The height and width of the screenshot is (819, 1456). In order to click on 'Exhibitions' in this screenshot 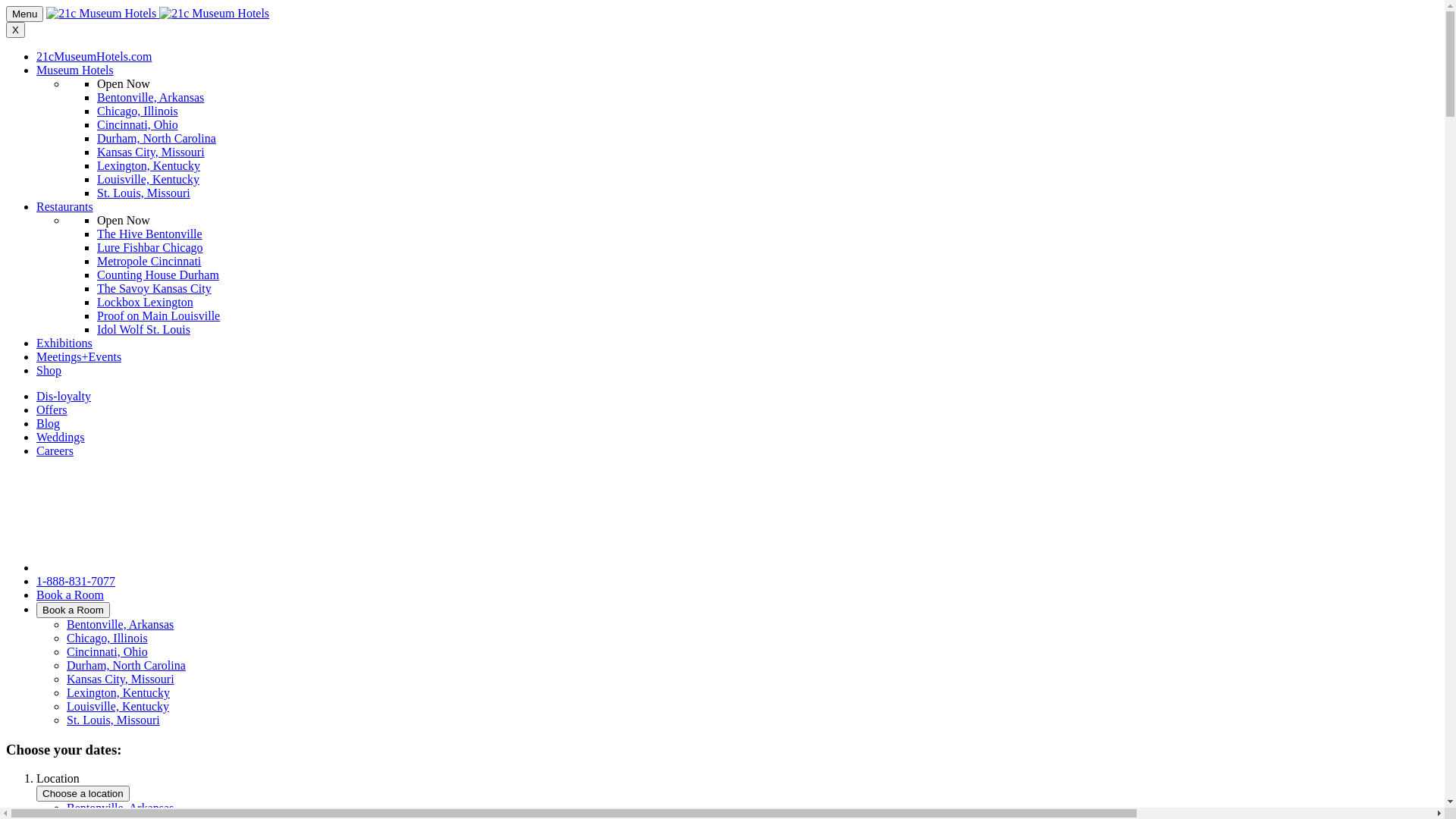, I will do `click(64, 343)`.